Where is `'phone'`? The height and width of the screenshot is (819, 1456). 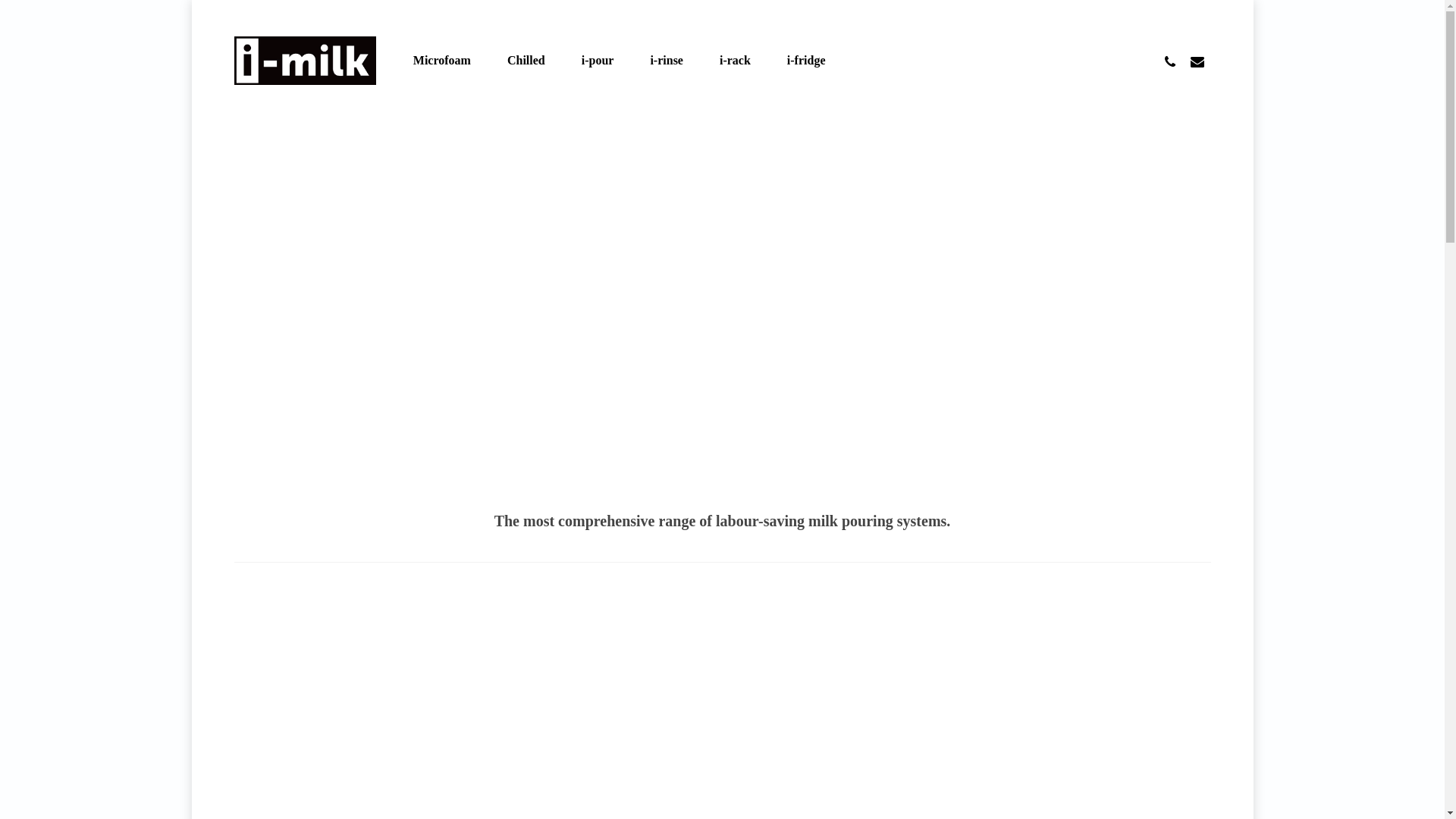
'phone' is located at coordinates (1154, 59).